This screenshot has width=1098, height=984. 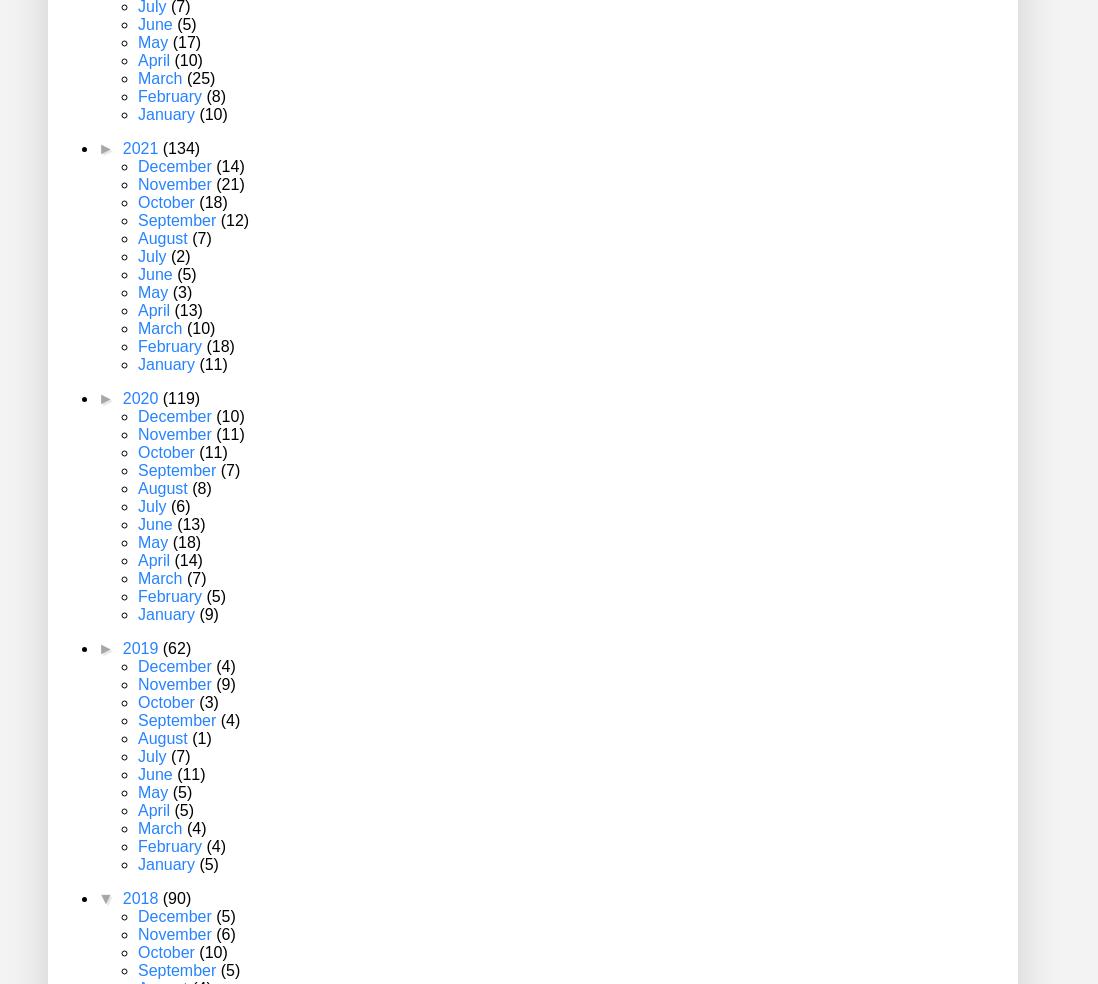 I want to click on '2020', so click(x=141, y=398).